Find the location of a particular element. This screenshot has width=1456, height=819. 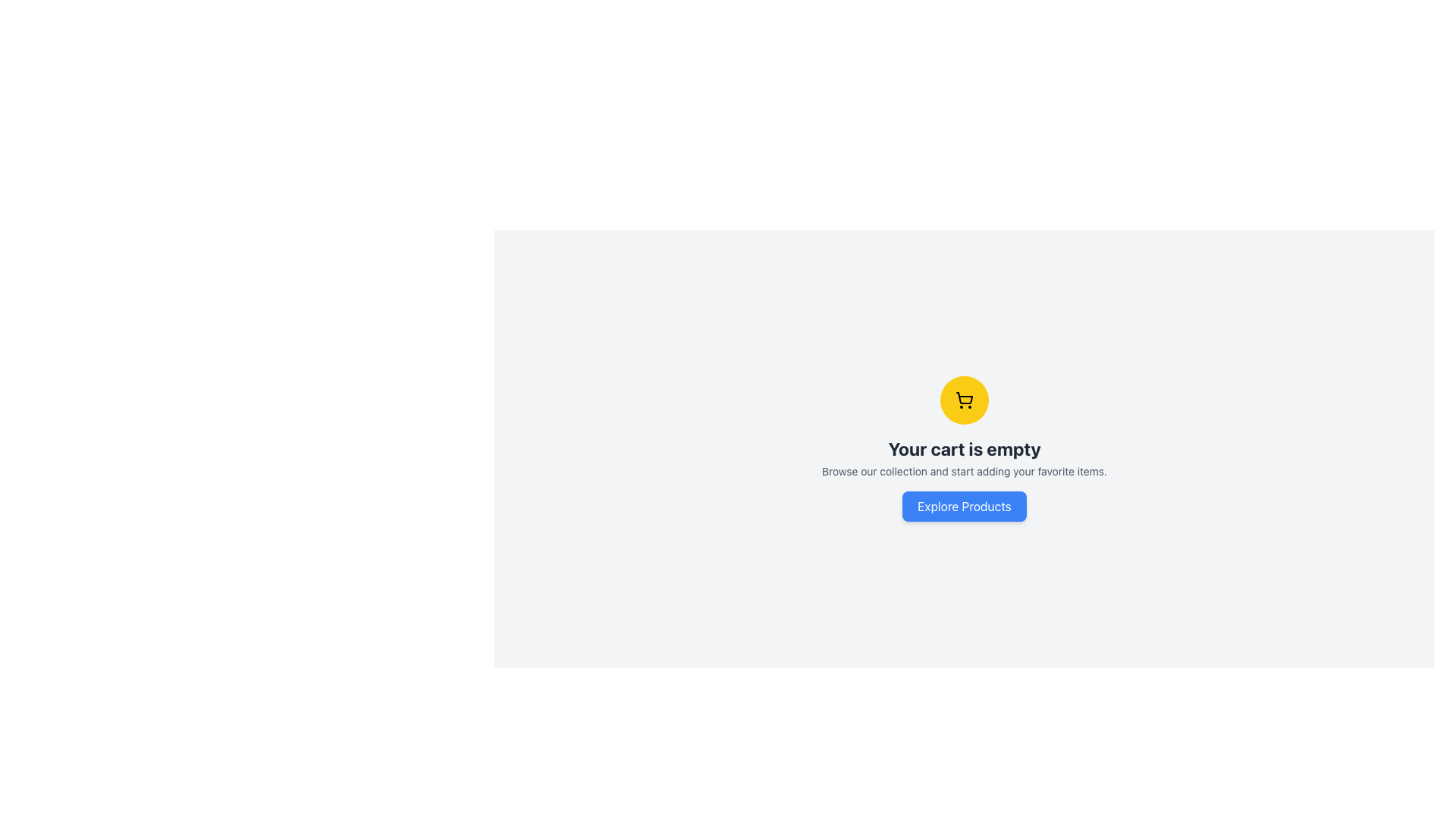

the static text element that provides a suggestion to browse items, located below the heading 'Your cart is empty' and above the blue button 'Explore Products' is located at coordinates (964, 470).